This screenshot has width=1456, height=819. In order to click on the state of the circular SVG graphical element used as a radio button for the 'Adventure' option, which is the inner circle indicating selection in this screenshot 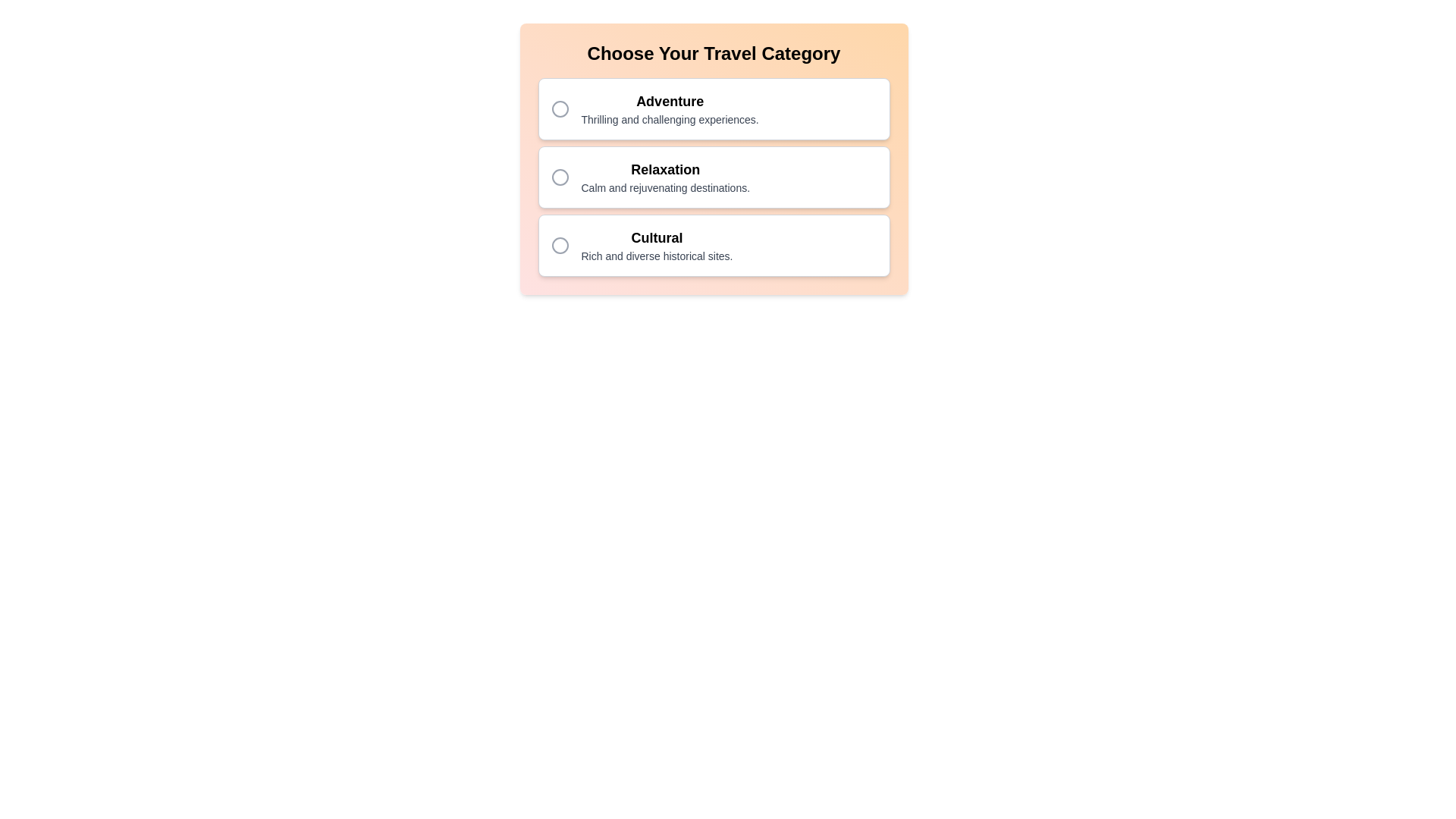, I will do `click(559, 108)`.